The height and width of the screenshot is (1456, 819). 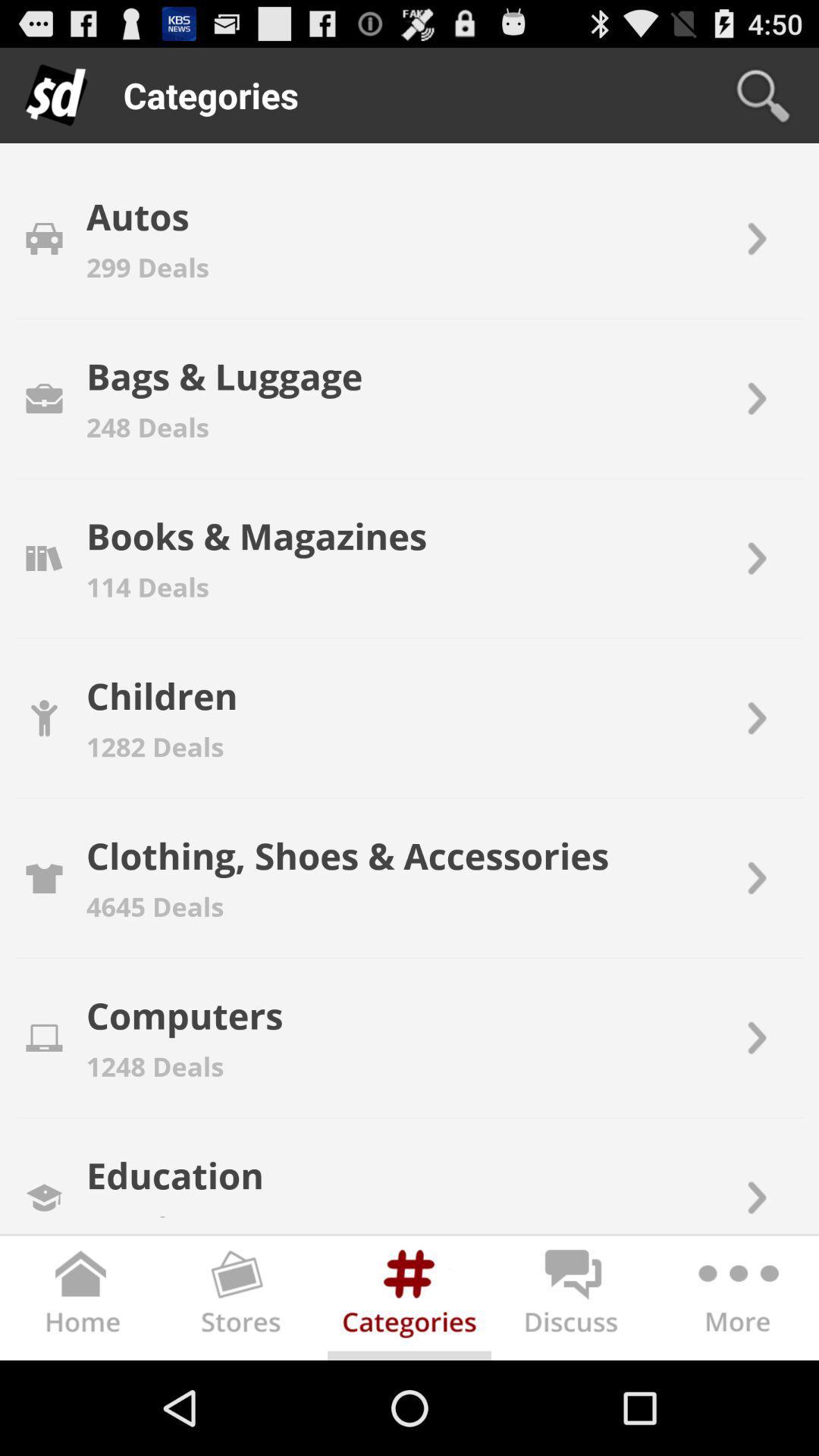 What do you see at coordinates (82, 1392) in the screenshot?
I see `the home icon` at bounding box center [82, 1392].